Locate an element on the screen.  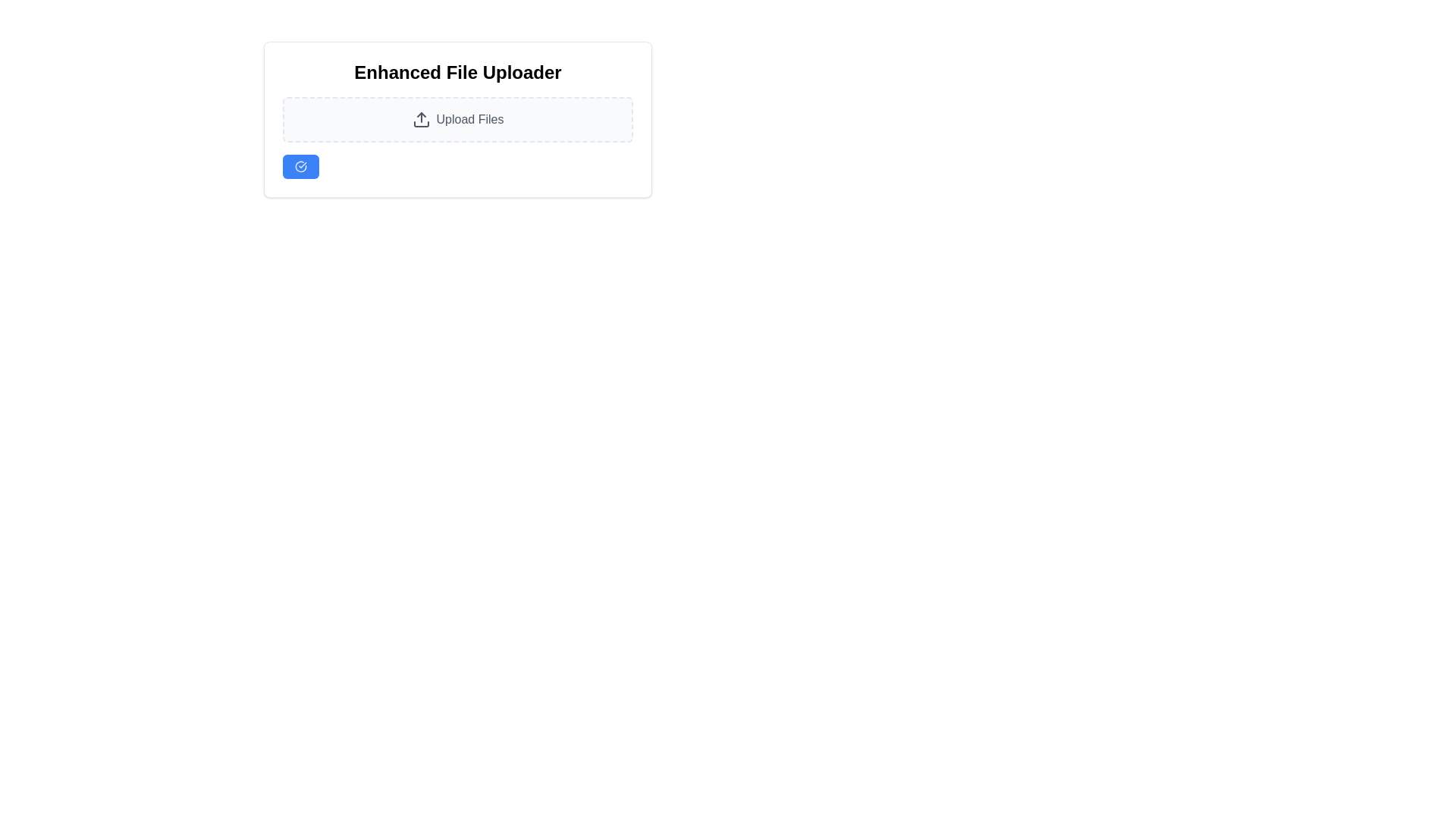
the upload icon located to the left of the 'Upload Files' text, which serves as a visual indicator for the file upload functionality is located at coordinates (421, 119).